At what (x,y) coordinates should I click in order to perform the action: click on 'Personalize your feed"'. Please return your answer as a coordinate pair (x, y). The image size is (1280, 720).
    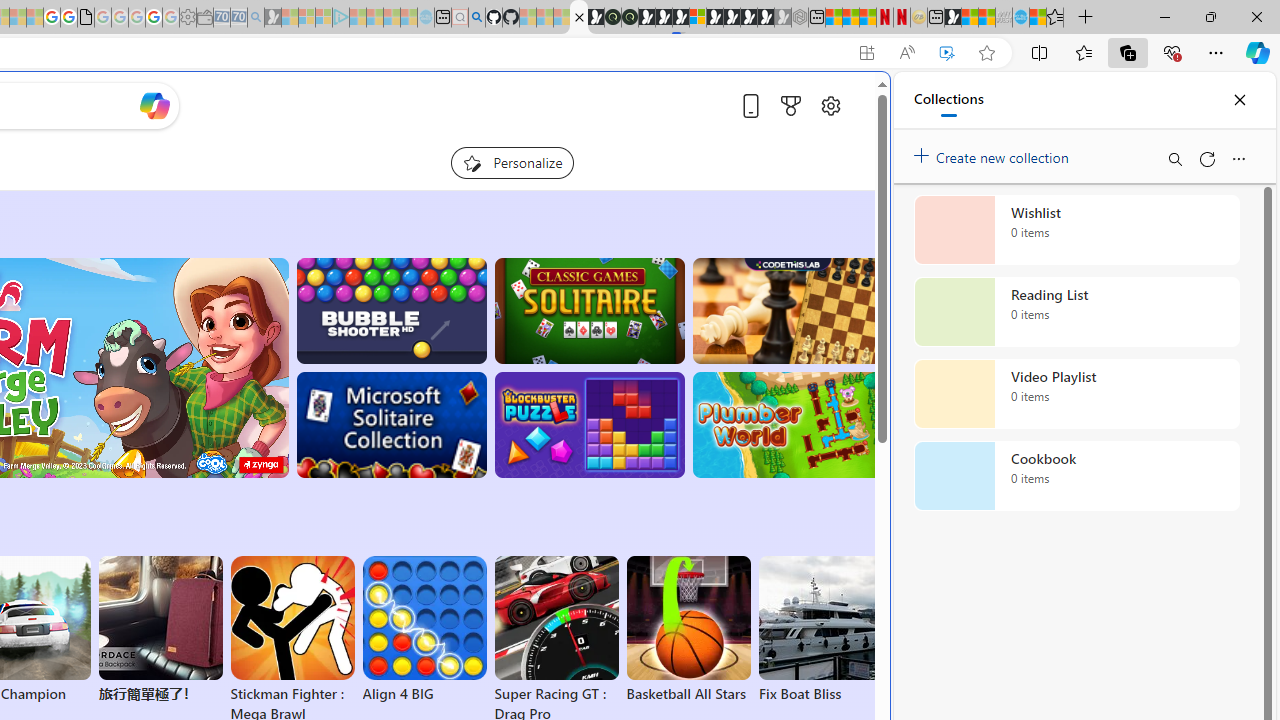
    Looking at the image, I should click on (512, 162).